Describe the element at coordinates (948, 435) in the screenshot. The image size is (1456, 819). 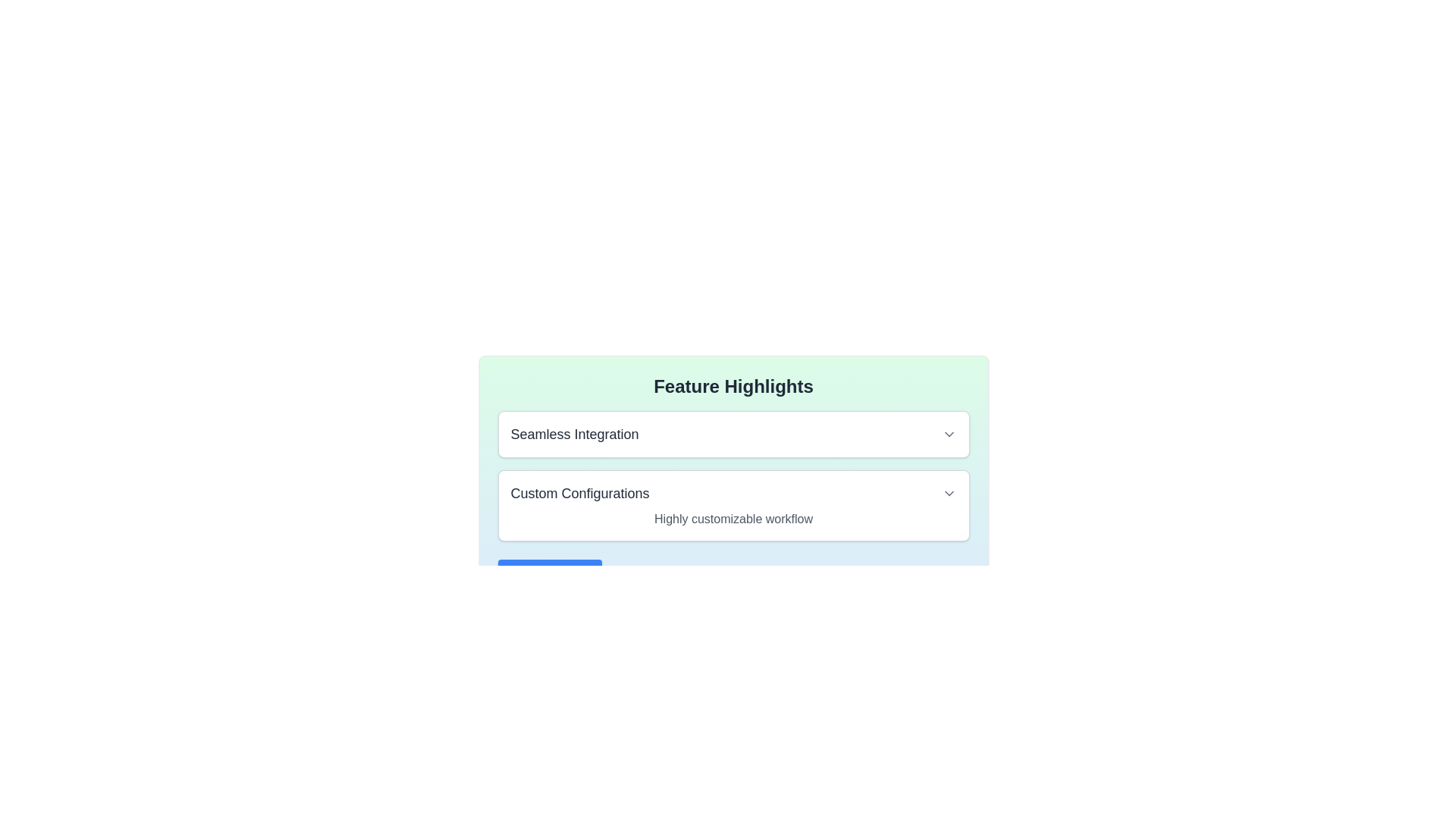
I see `the downward-pointing grayish arrow icon that serves as the Dropdown toggle, located to the right of the 'Seamless Integration' text` at that location.